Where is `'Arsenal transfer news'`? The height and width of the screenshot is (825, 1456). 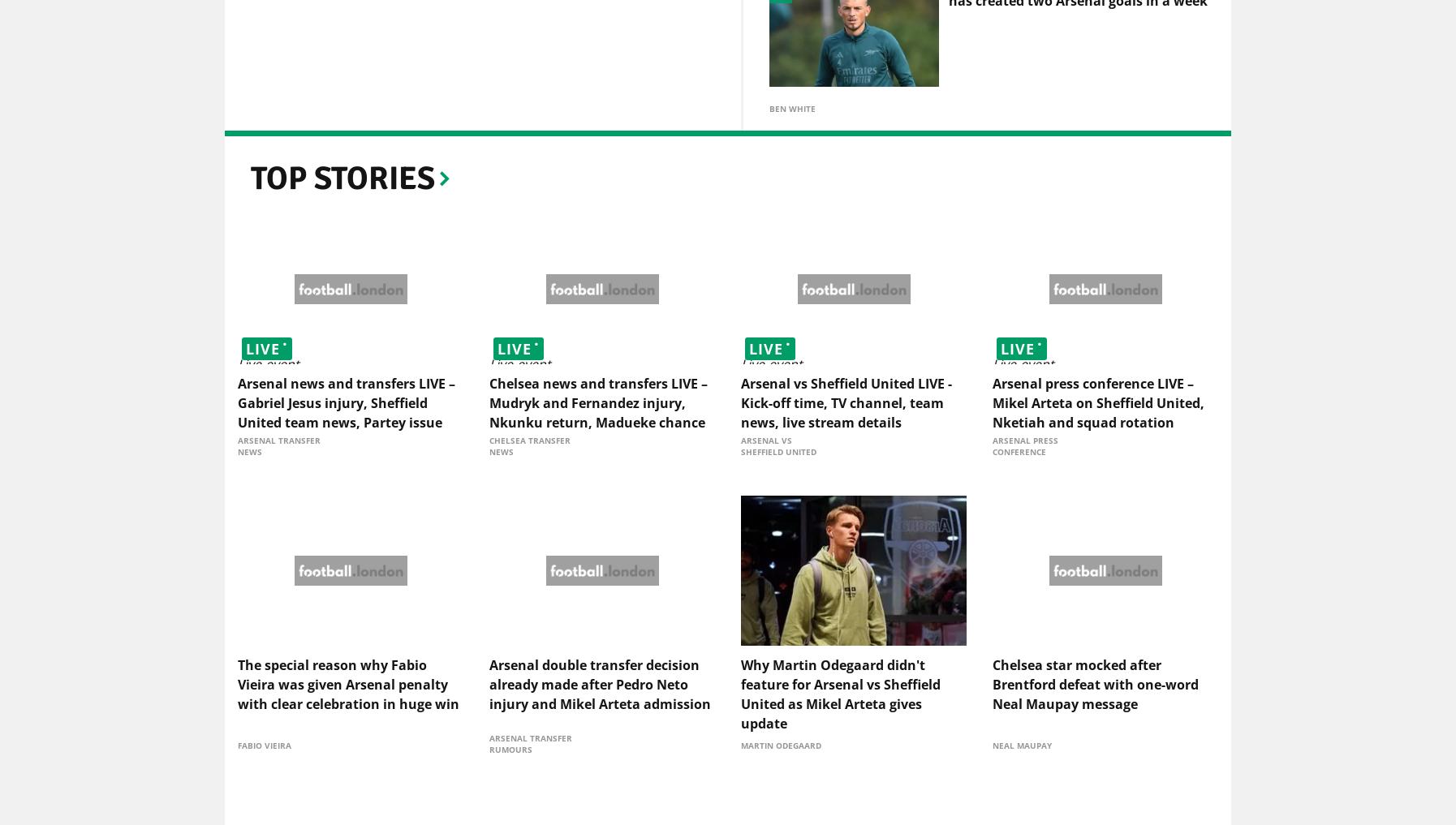
'Arsenal transfer news' is located at coordinates (236, 449).